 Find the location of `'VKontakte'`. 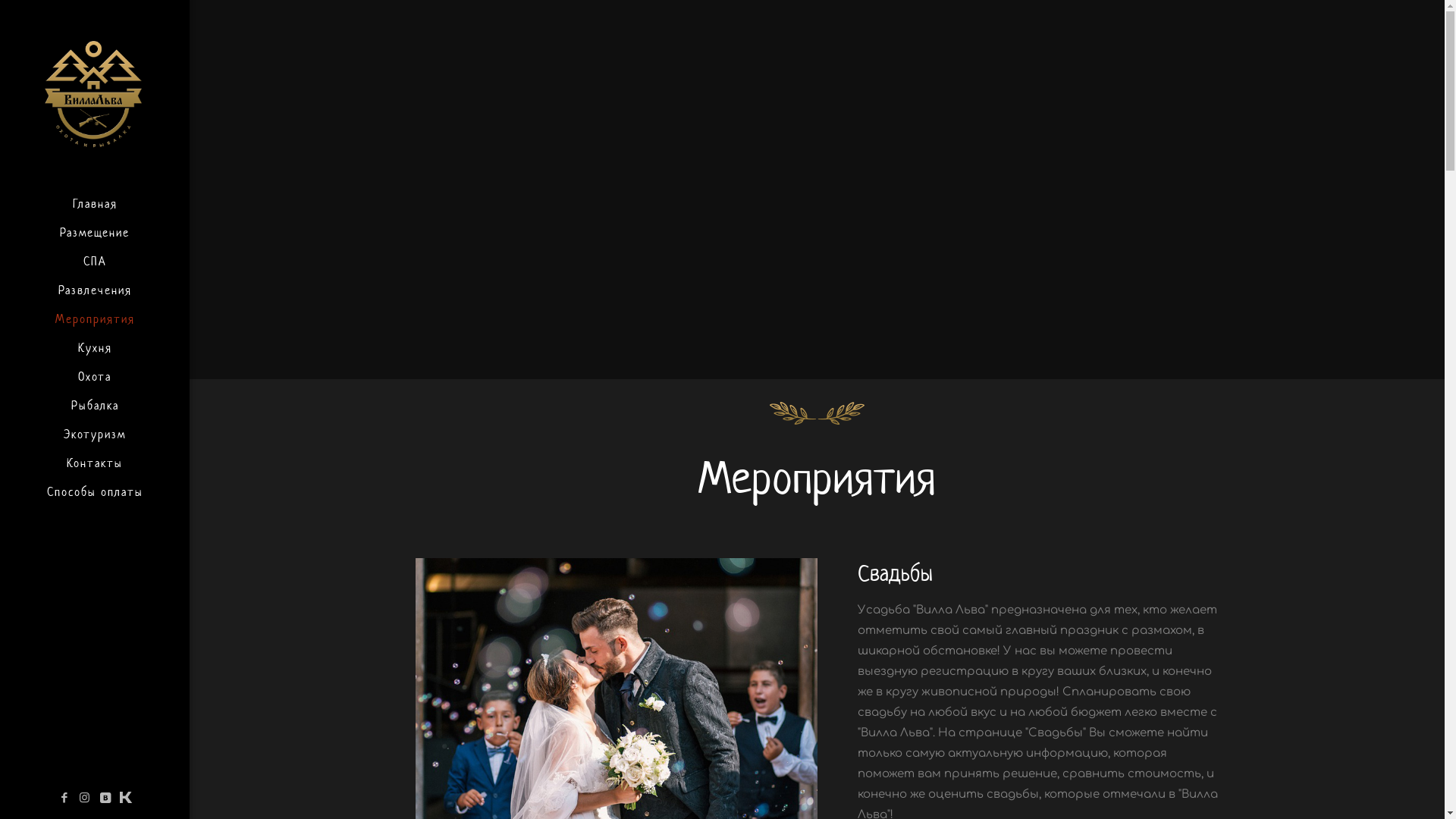

'VKontakte' is located at coordinates (104, 797).